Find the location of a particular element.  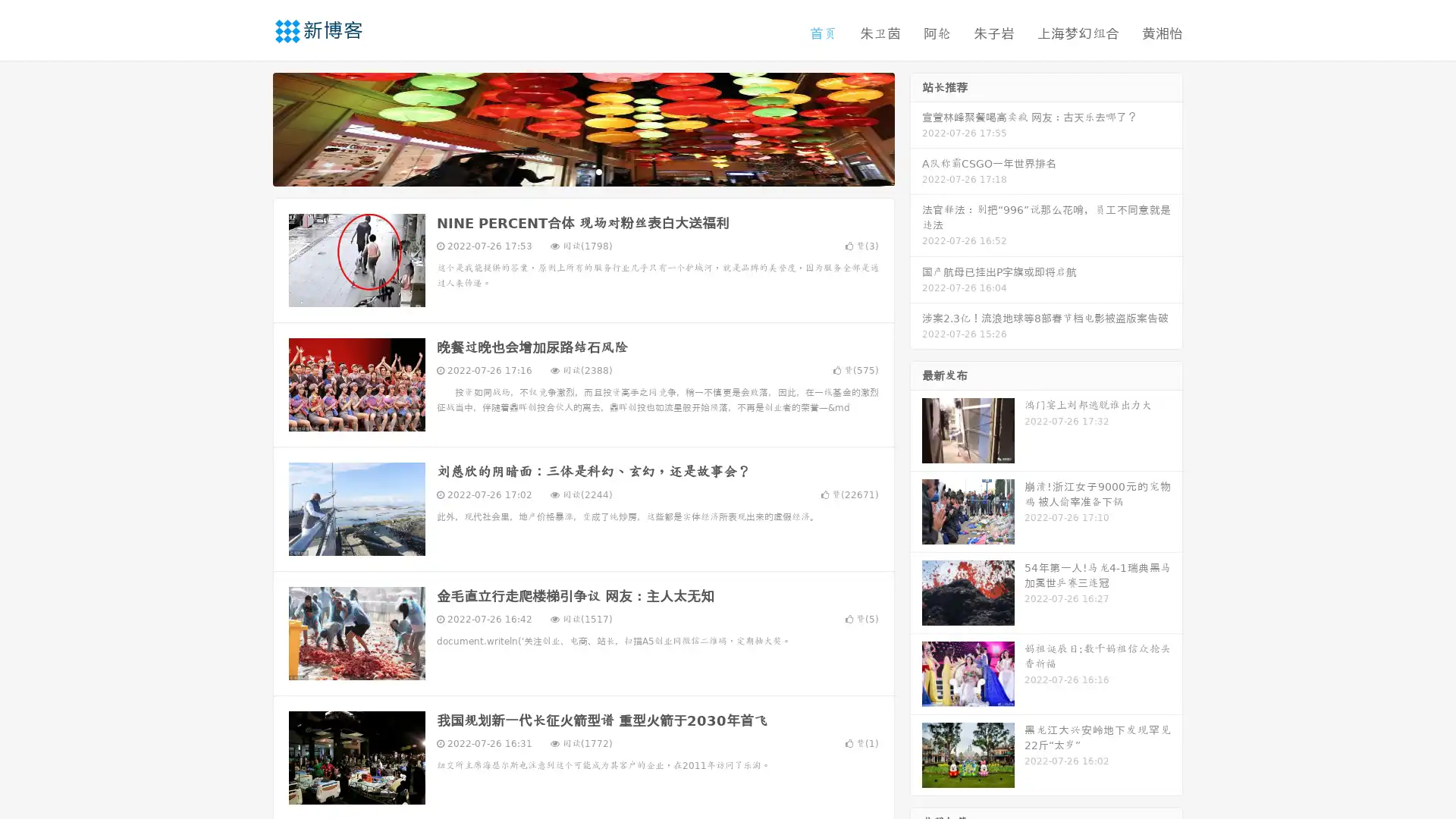

Go to slide 1 is located at coordinates (567, 171).